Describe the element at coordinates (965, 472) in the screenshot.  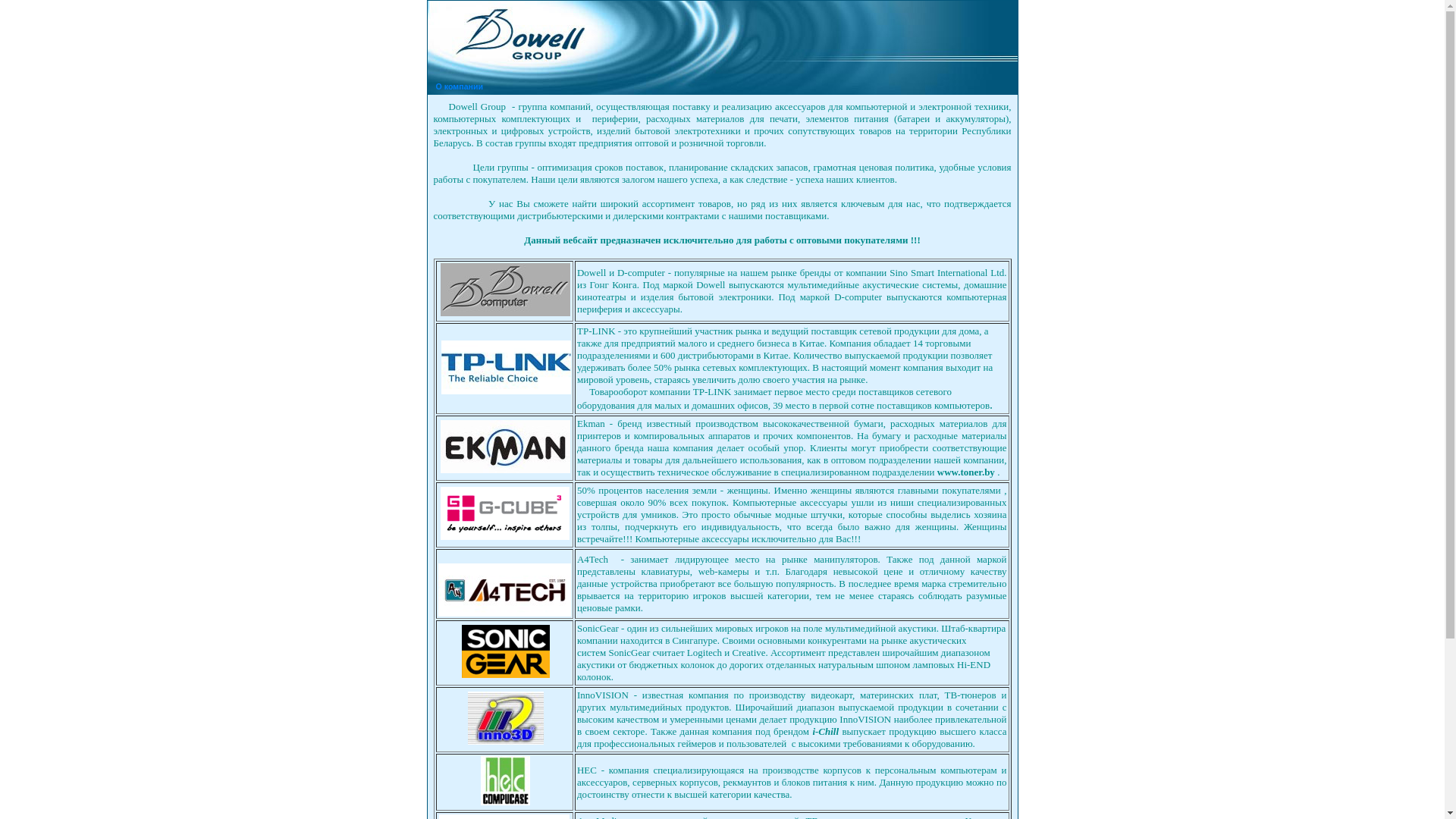
I see `'www.toner.by'` at that location.